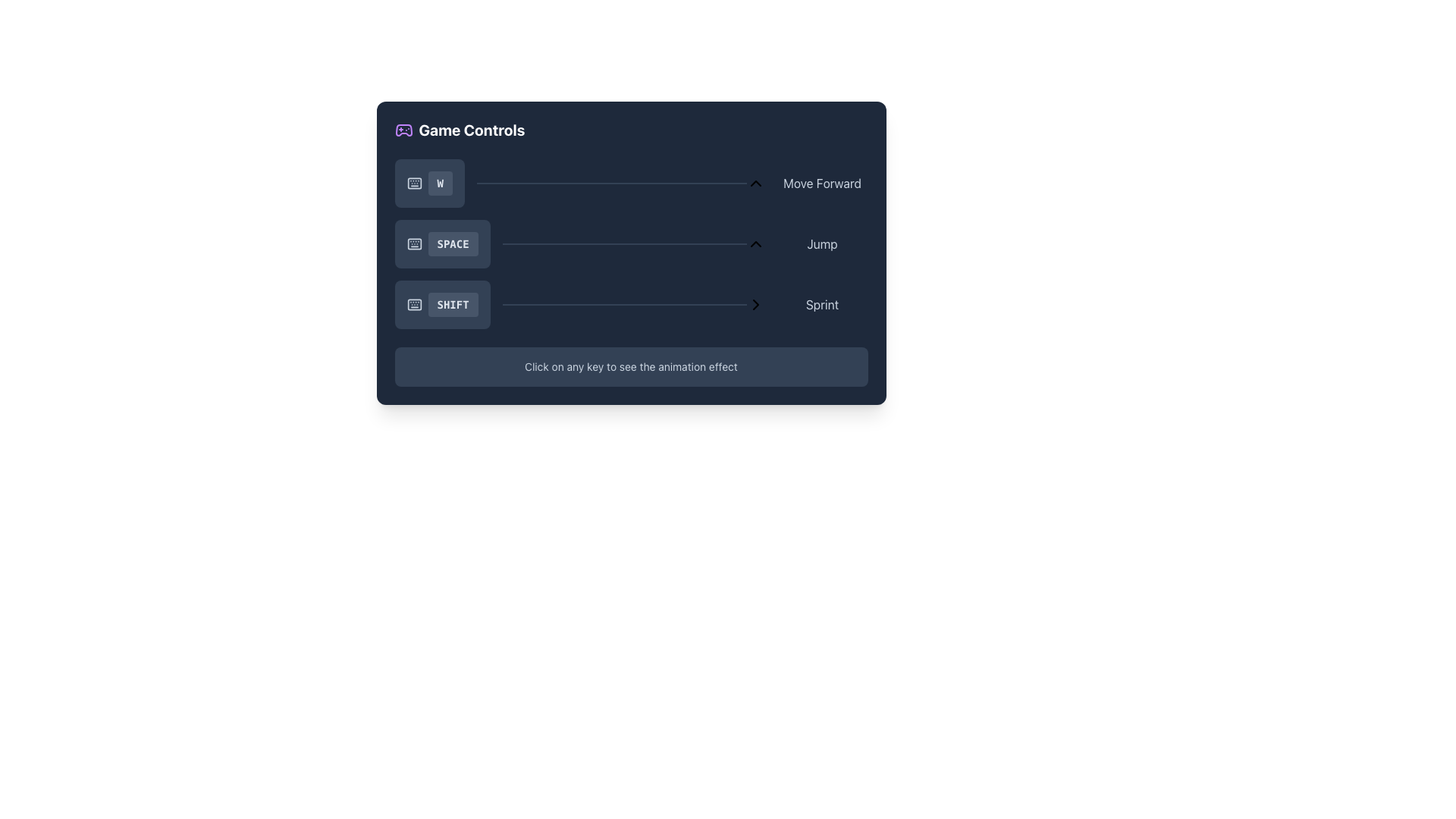 The height and width of the screenshot is (819, 1456). I want to click on the Control mapping display row that represents the sprint action, indicating that pressing the 'SHIFT' key activates the sprint action, located in the bottom section of the 'Game Controls' panel, so click(631, 304).